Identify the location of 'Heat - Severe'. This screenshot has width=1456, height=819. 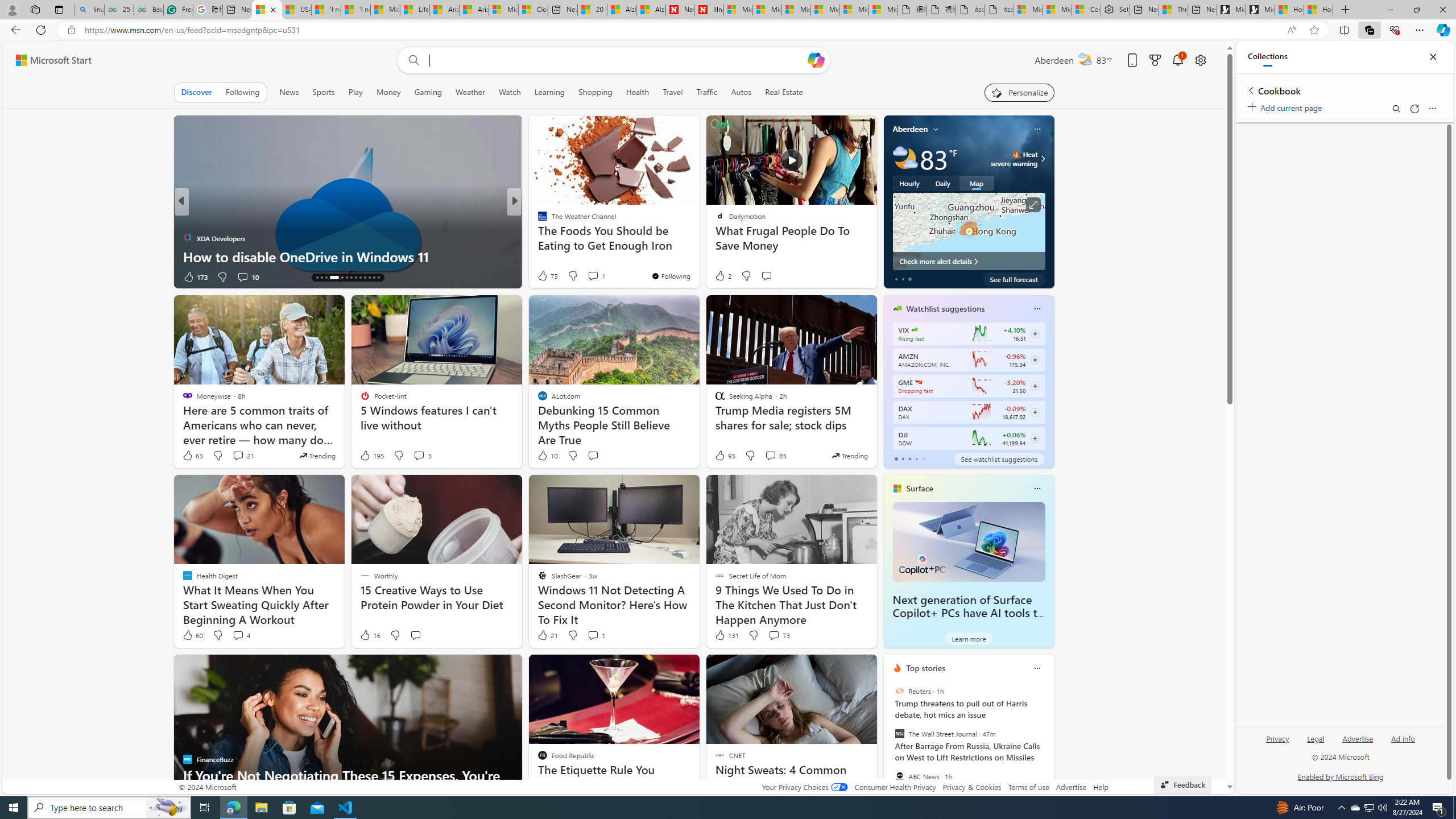
(1015, 154).